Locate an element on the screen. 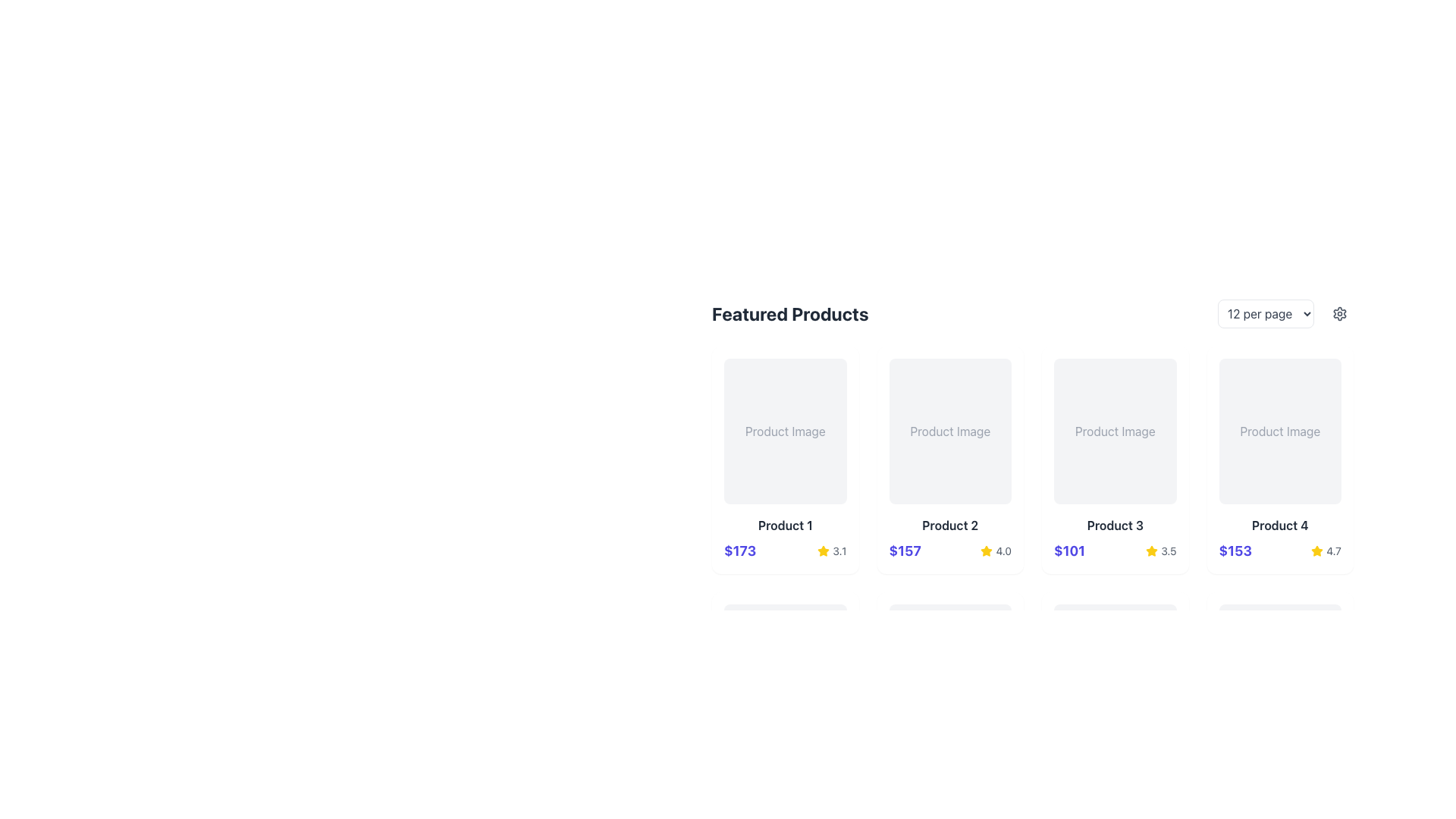 This screenshot has width=1456, height=819. the image placeholder located above the title 'Product 4' and the price '$153' in the rightmost card of the product list is located at coordinates (1279, 431).